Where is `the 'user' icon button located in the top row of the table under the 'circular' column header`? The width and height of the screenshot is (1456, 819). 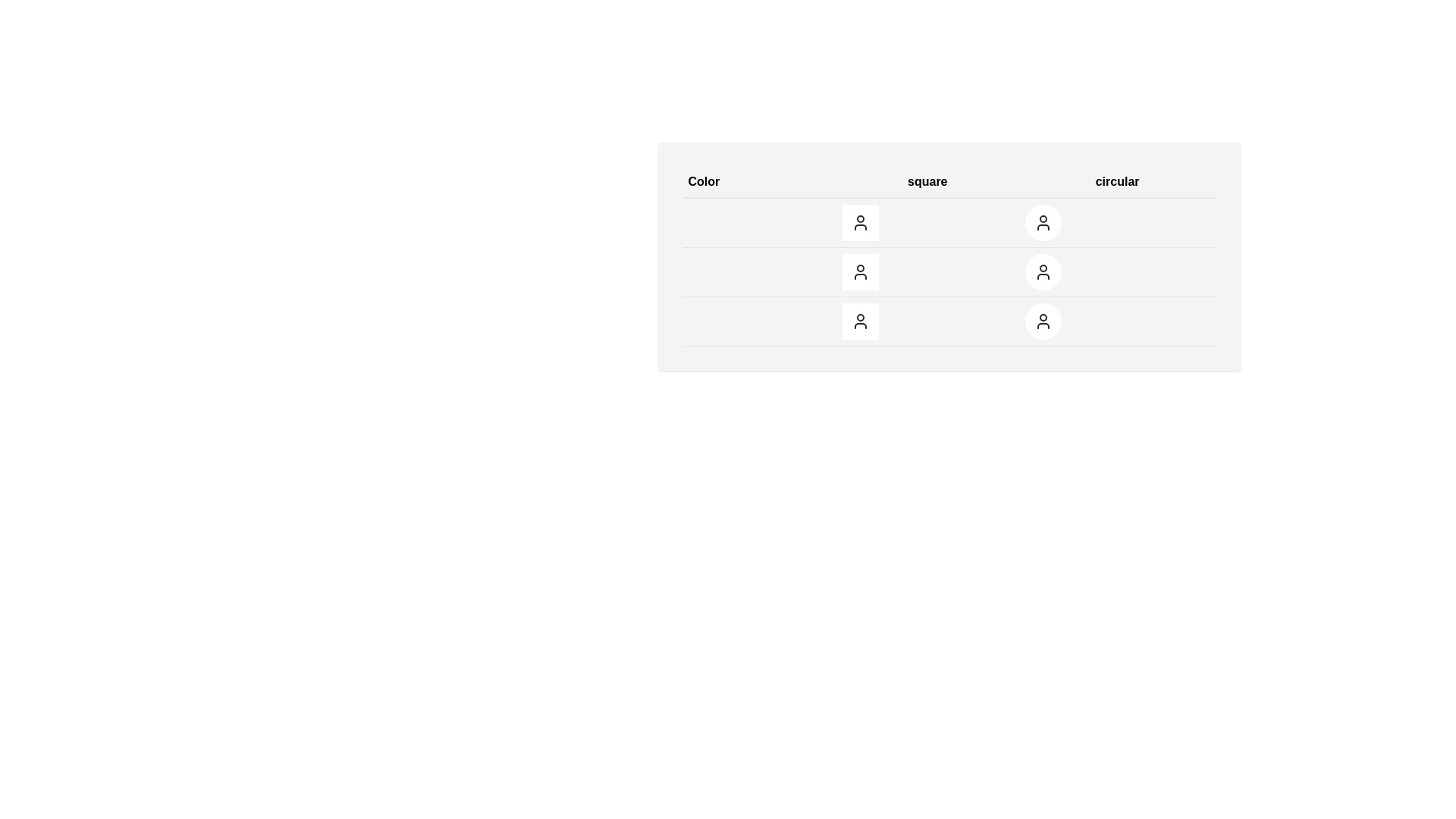 the 'user' icon button located in the top row of the table under the 'circular' column header is located at coordinates (1041, 222).